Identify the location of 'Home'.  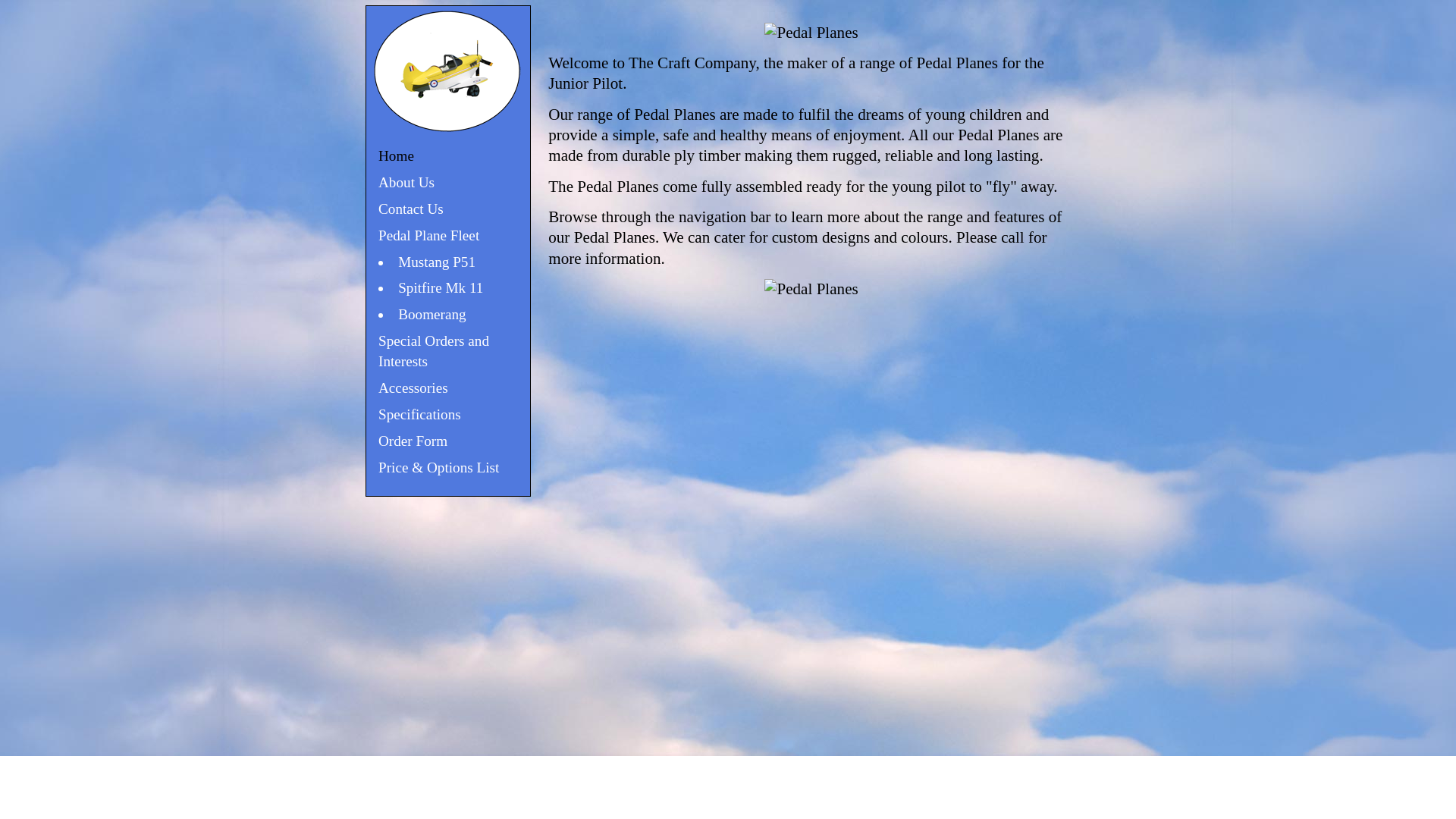
(396, 155).